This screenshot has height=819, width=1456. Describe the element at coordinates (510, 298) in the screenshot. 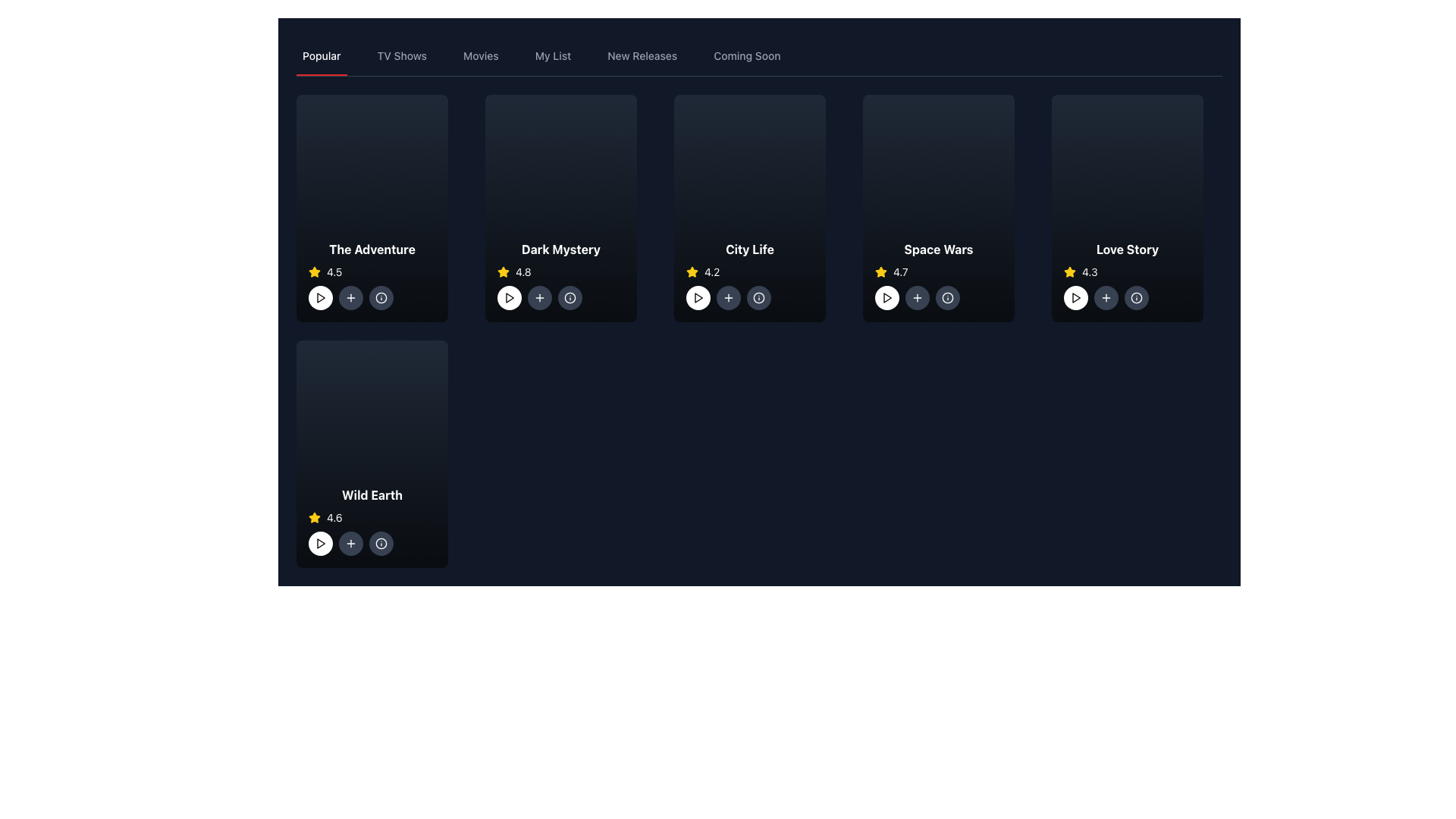

I see `the play button represented as a triangular SVG icon within the 'Dark Mystery' content card` at that location.